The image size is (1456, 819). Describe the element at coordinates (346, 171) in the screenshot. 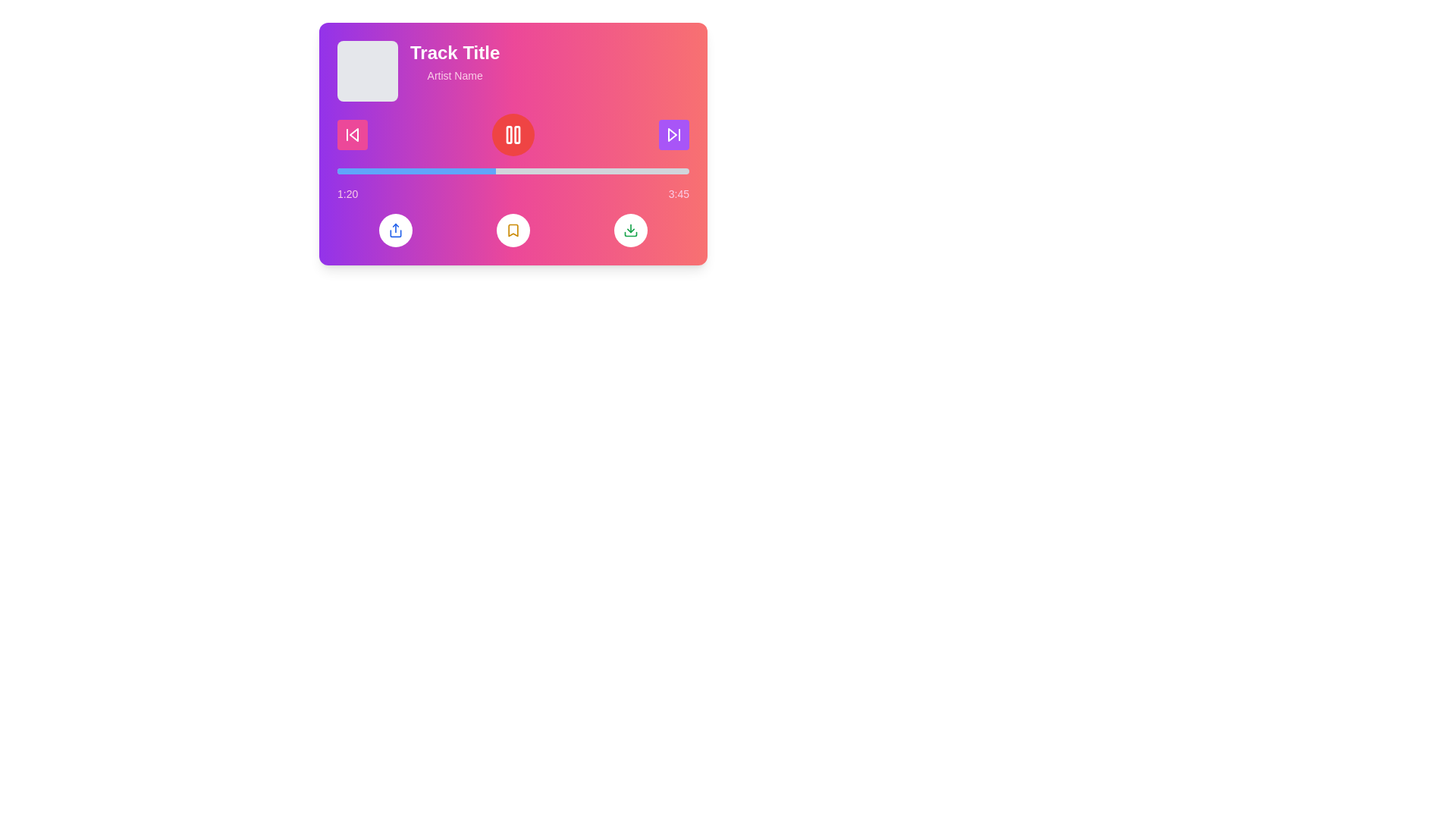

I see `playback progress` at that location.